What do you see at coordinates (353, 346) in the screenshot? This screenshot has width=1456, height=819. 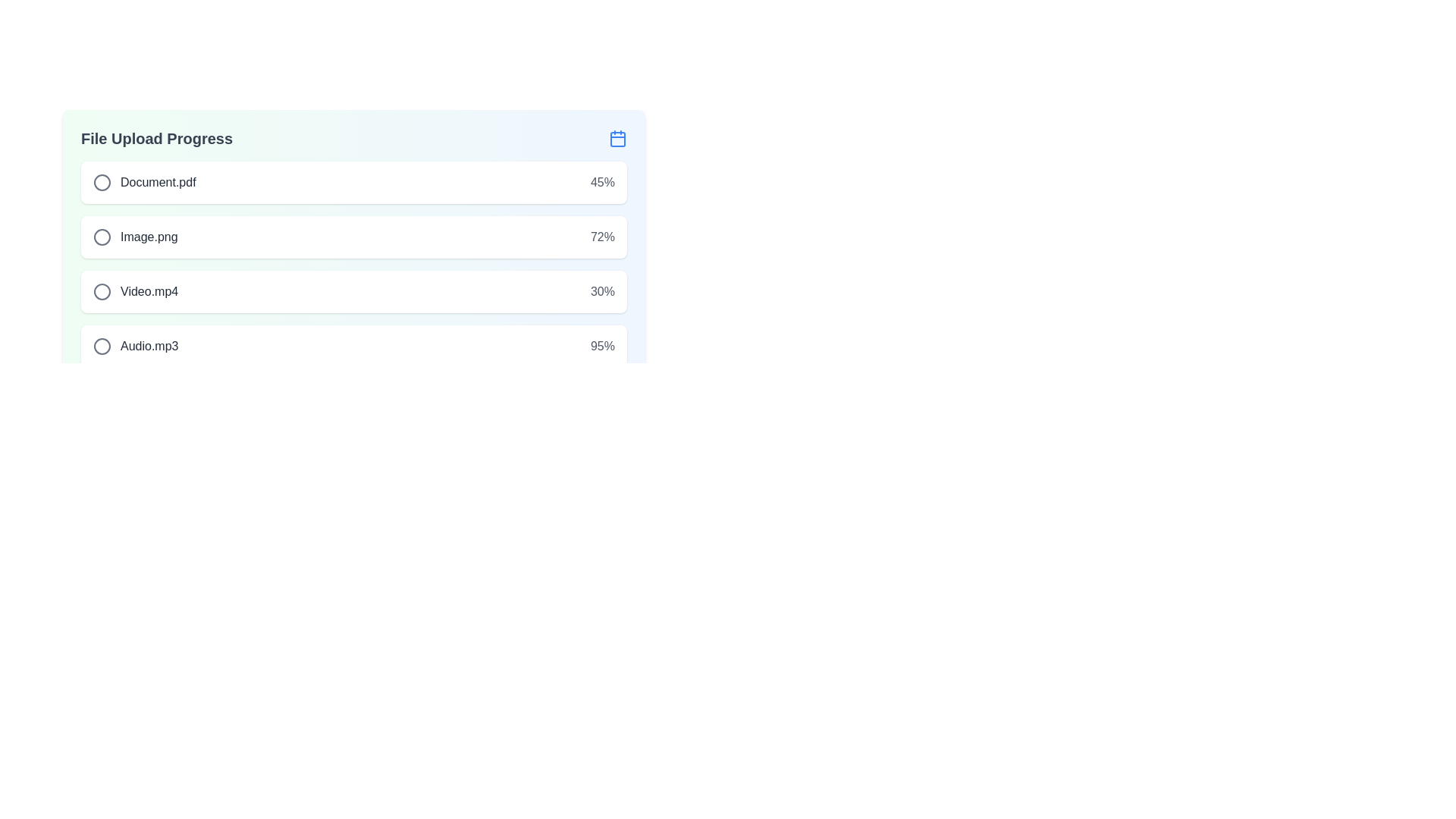 I see `the progress bar item displaying 'Audio.mp3' with a progress of '95%', located as the fourth item in a vertical list of file progress bars` at bounding box center [353, 346].